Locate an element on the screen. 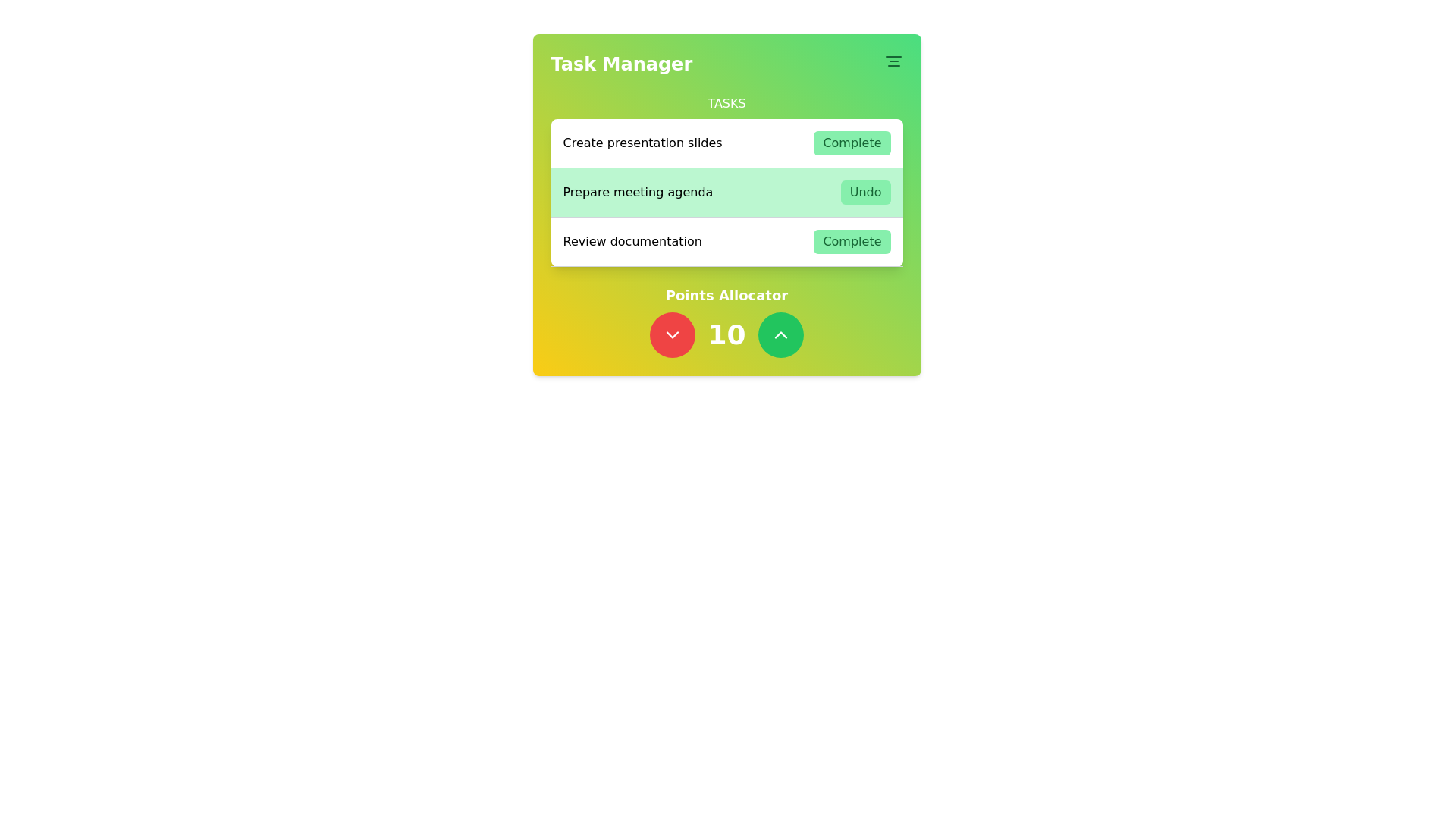  the static label displaying the current value in the points allocation system, which is centered within the 'Points Allocator' section of the UI is located at coordinates (726, 334).